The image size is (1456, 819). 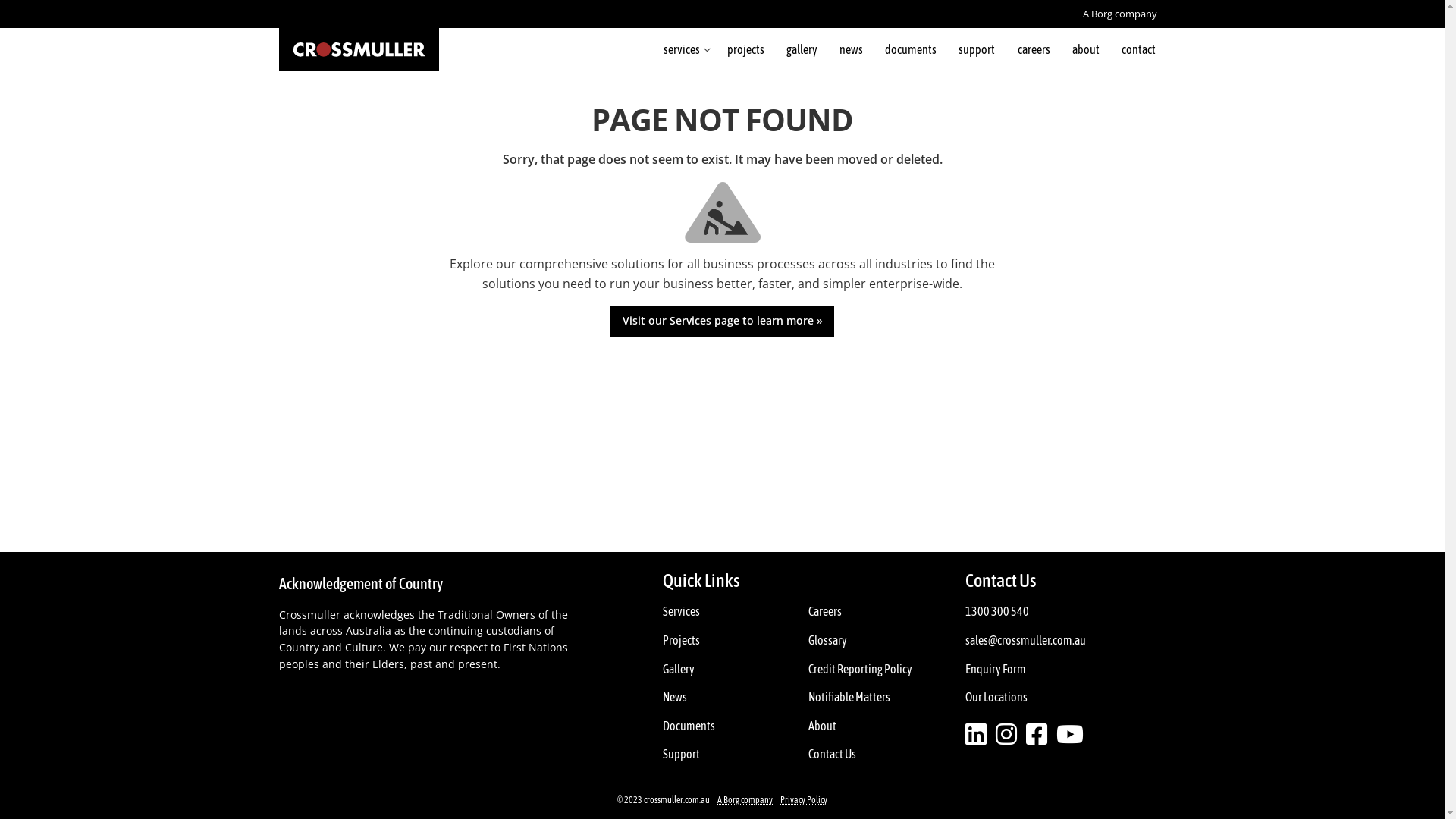 What do you see at coordinates (996, 698) in the screenshot?
I see `'Our Locations'` at bounding box center [996, 698].